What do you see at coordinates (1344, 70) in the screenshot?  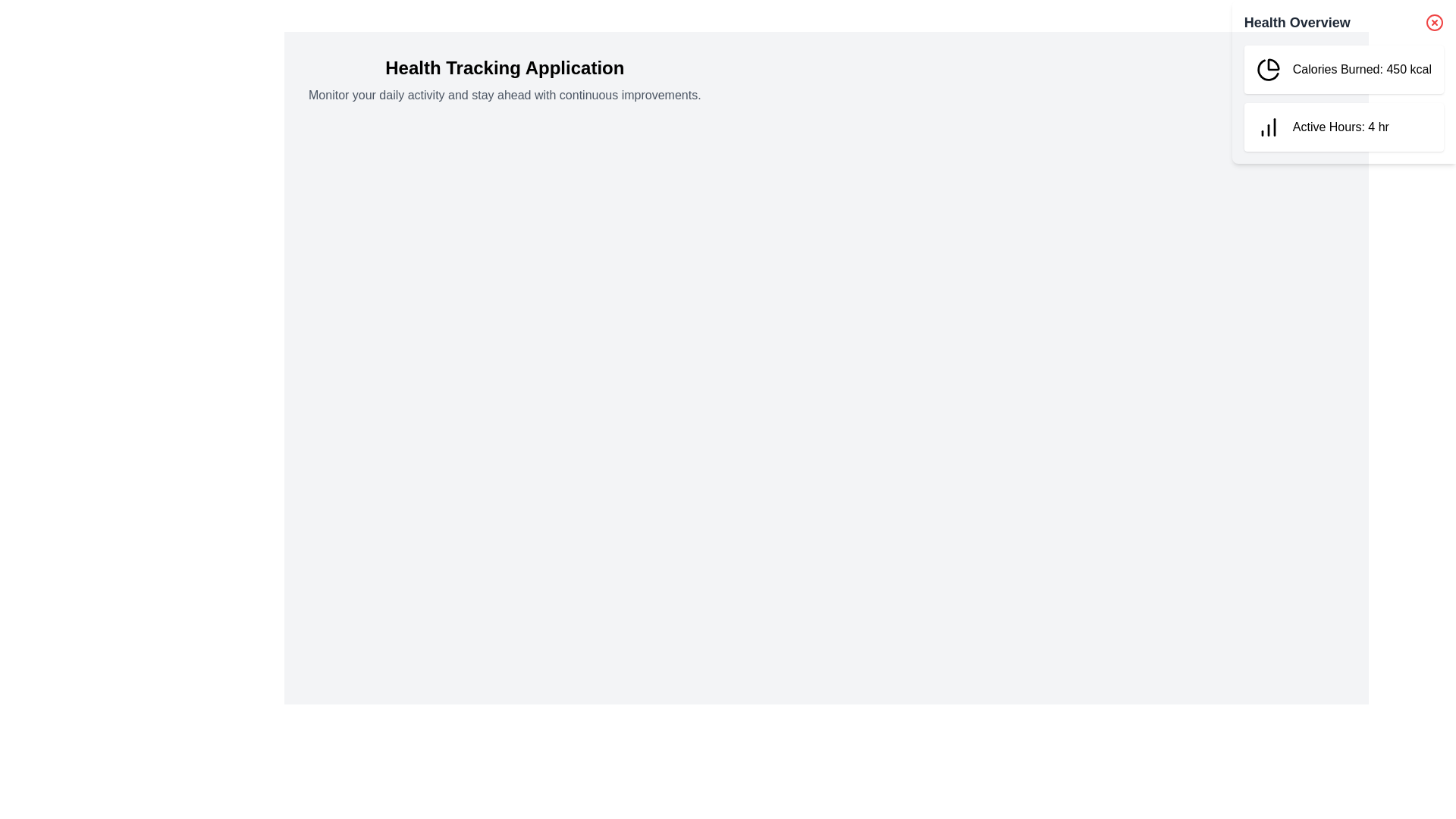 I see `the Card element displaying 'Calories Burned: 450 kcal' in the Health Overview section, which features a black pie chart icon and is styled with a white background` at bounding box center [1344, 70].